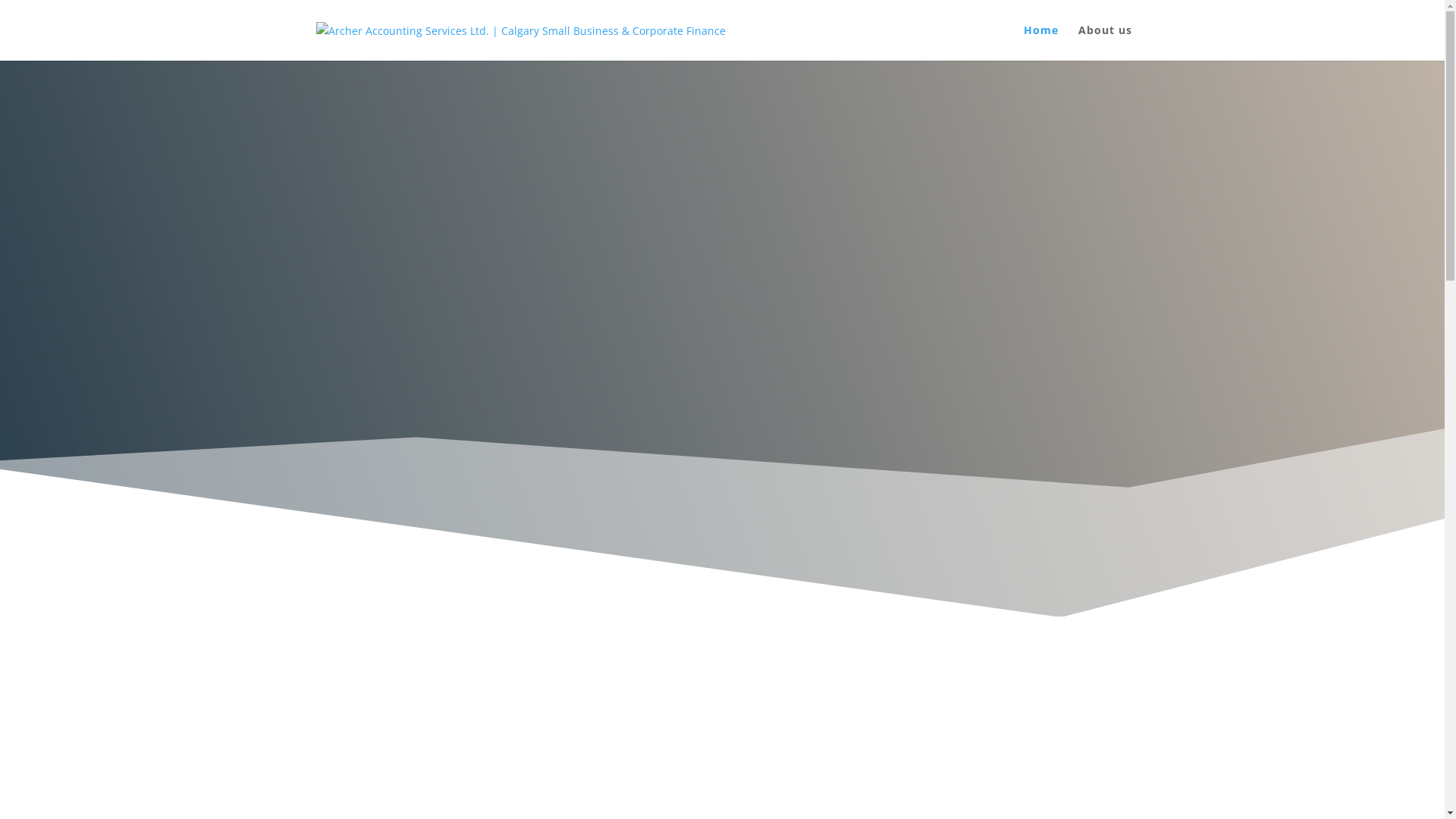  What do you see at coordinates (1105, 42) in the screenshot?
I see `'About us'` at bounding box center [1105, 42].